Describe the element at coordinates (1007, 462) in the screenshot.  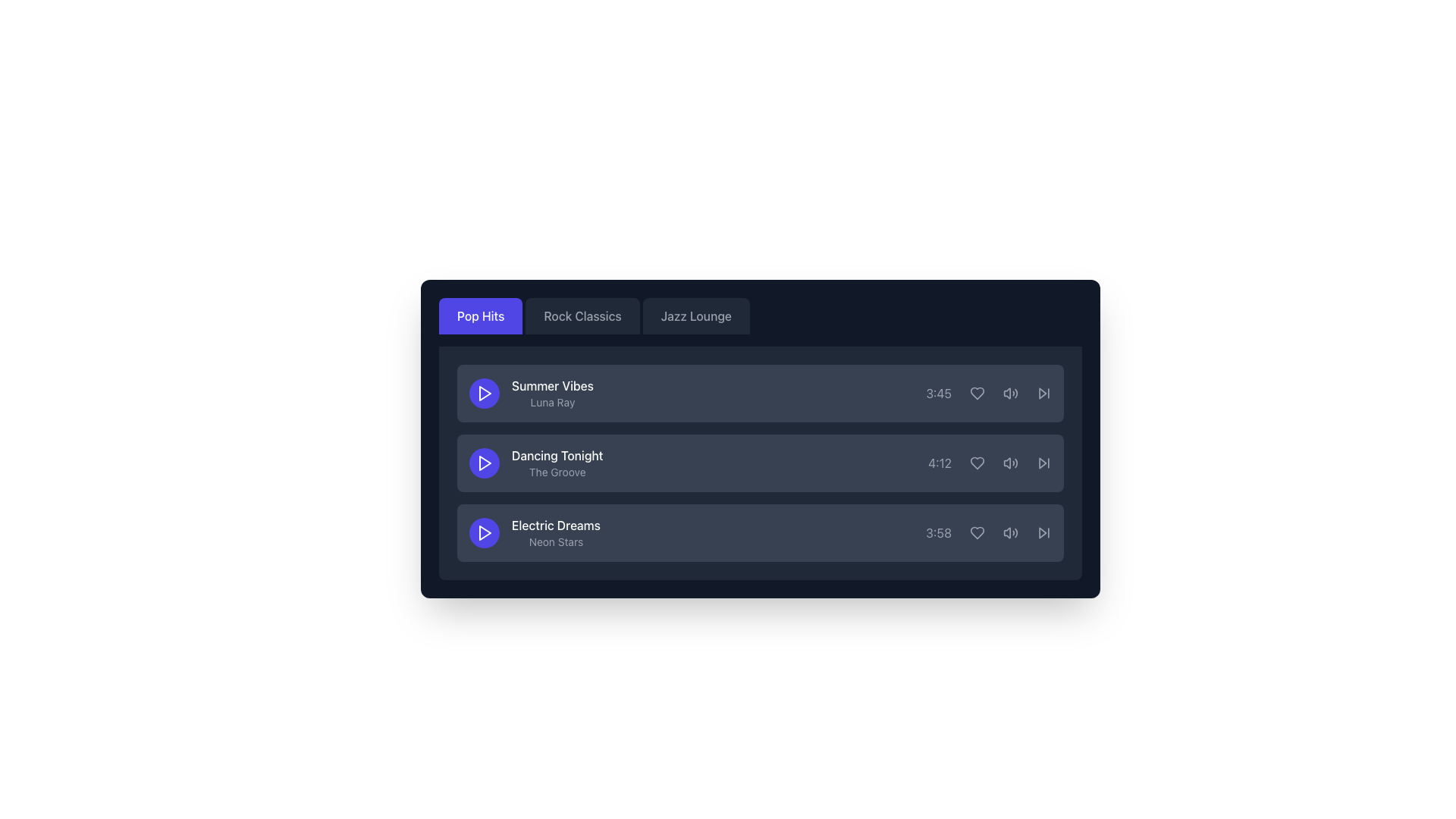
I see `the leftmost segment of the volume icon, which resembles a part of a waveform, located within the controls of the second song listed in the interface` at that location.